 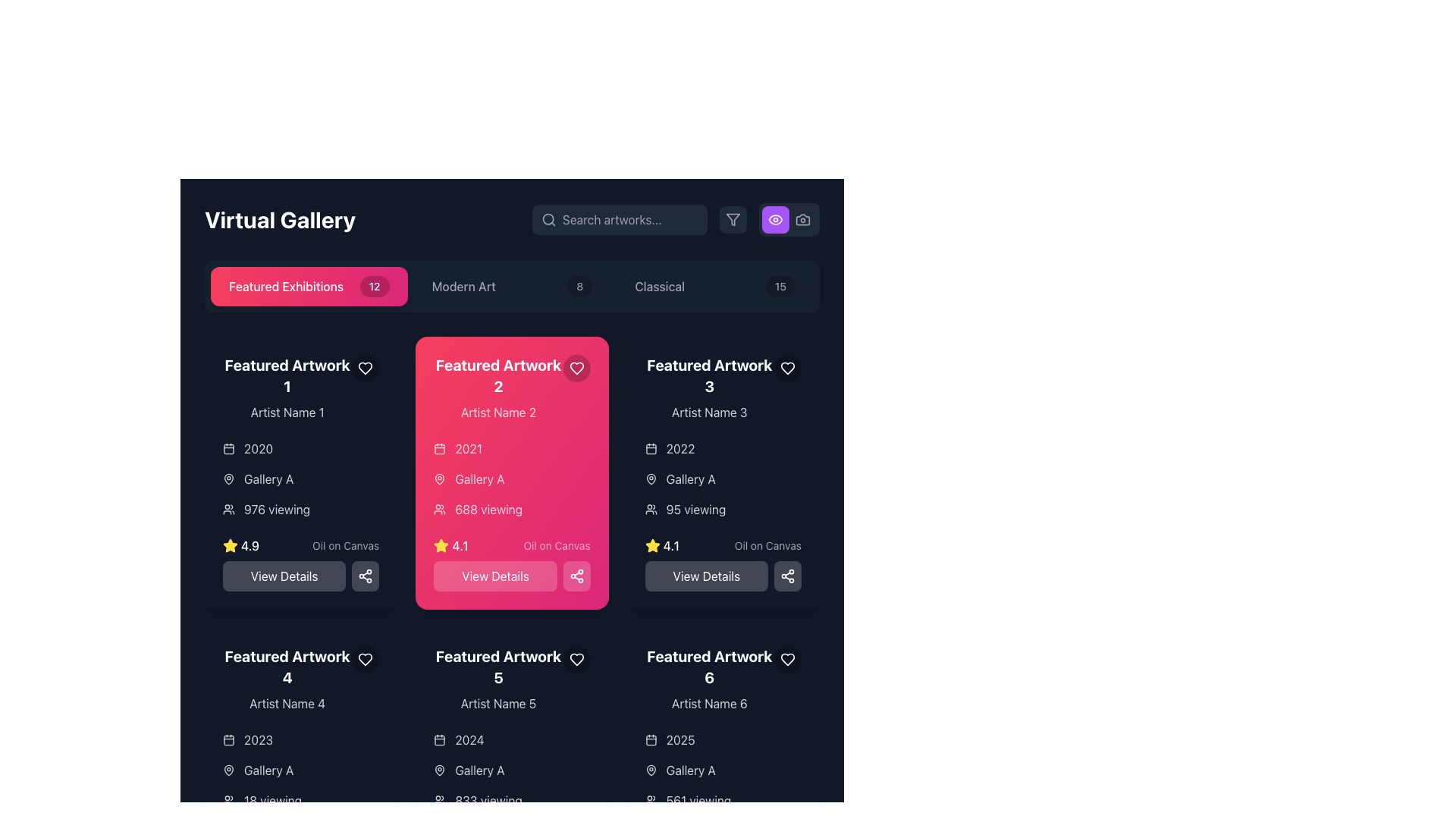 What do you see at coordinates (301, 472) in the screenshot?
I see `the artwork preview card located in the top-left position of the 'Virtual Gallery' section to possibly trigger visual effects` at bounding box center [301, 472].